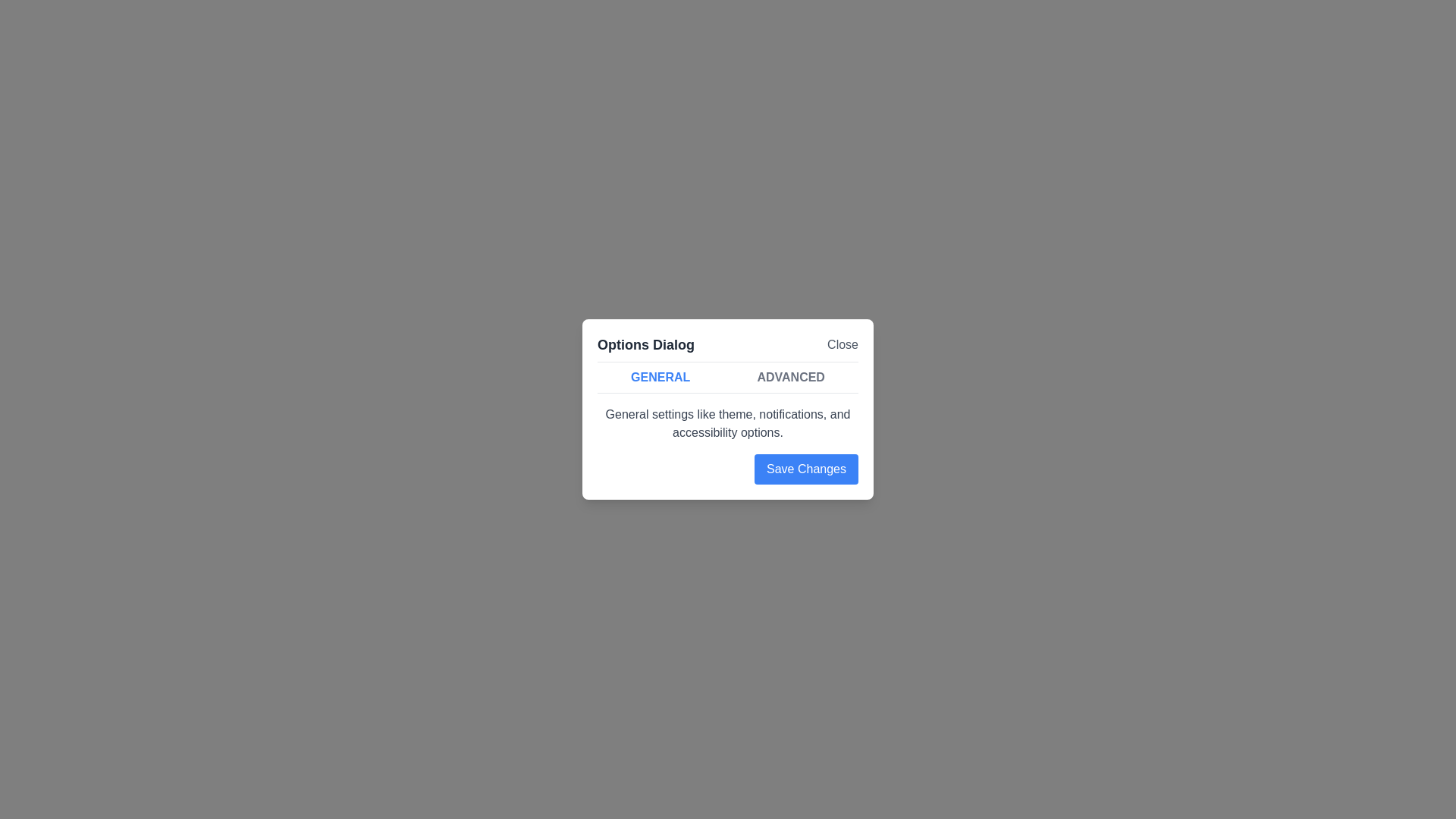 This screenshot has height=819, width=1456. Describe the element at coordinates (805, 468) in the screenshot. I see `the 'Save Changes' button to save the settings` at that location.